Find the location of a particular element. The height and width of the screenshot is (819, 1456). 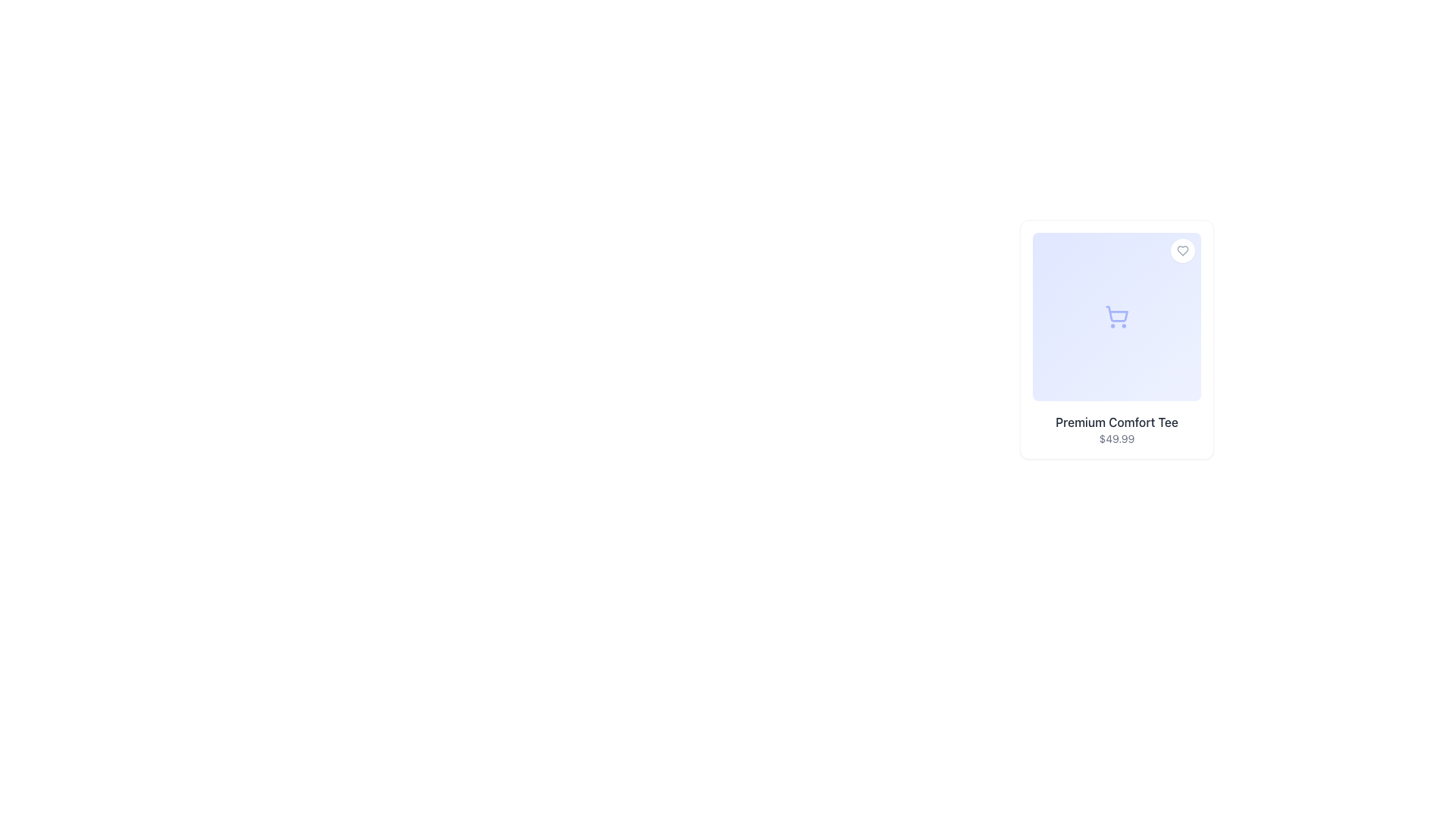

the text label displaying 'Premium Comfort Tee' located centrally within a card component, positioned below a placeholder image and above the price label, to interact with adjacent elements is located at coordinates (1117, 422).